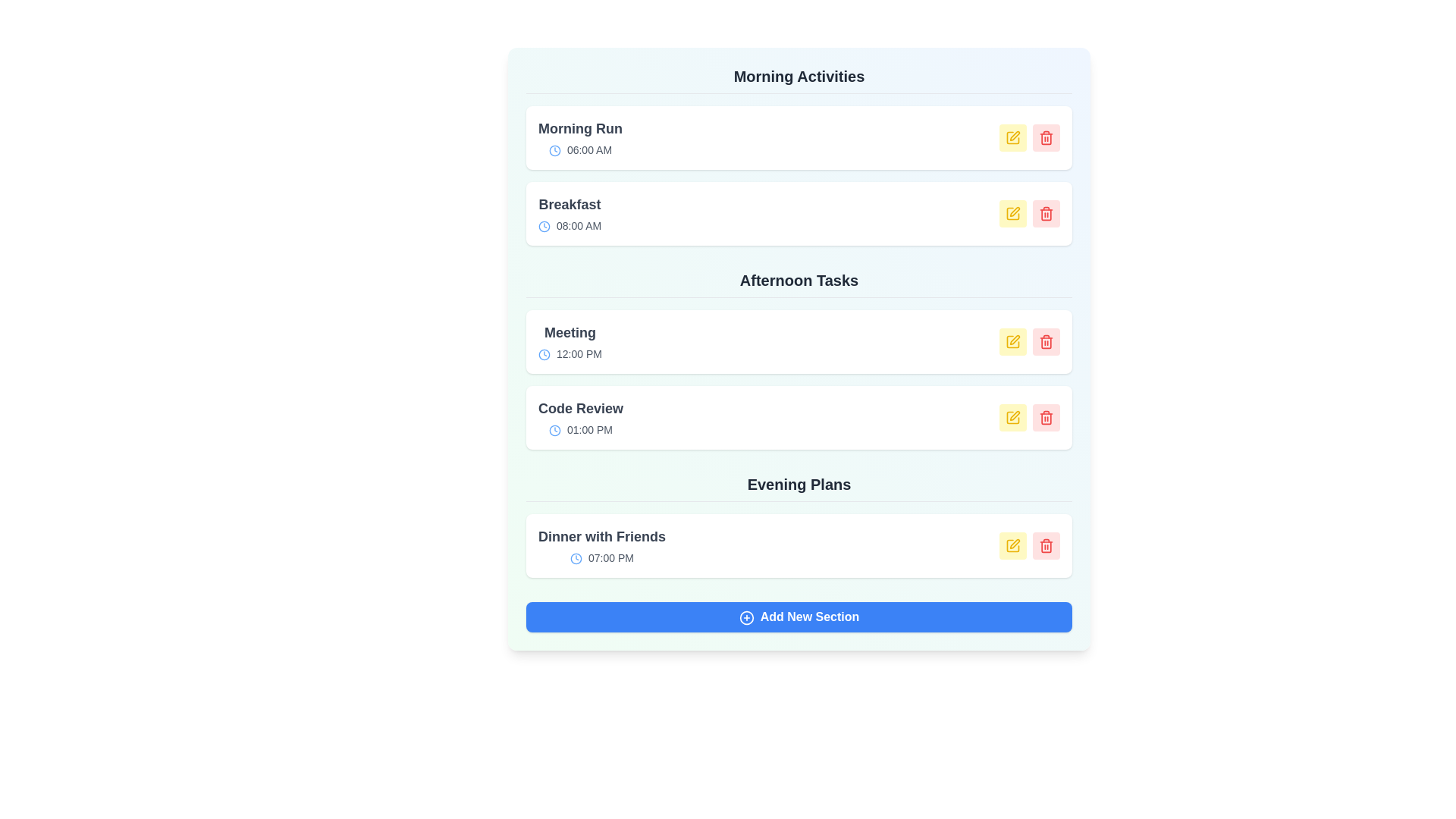  I want to click on the event 'Morning Run' to view its details, so click(579, 137).